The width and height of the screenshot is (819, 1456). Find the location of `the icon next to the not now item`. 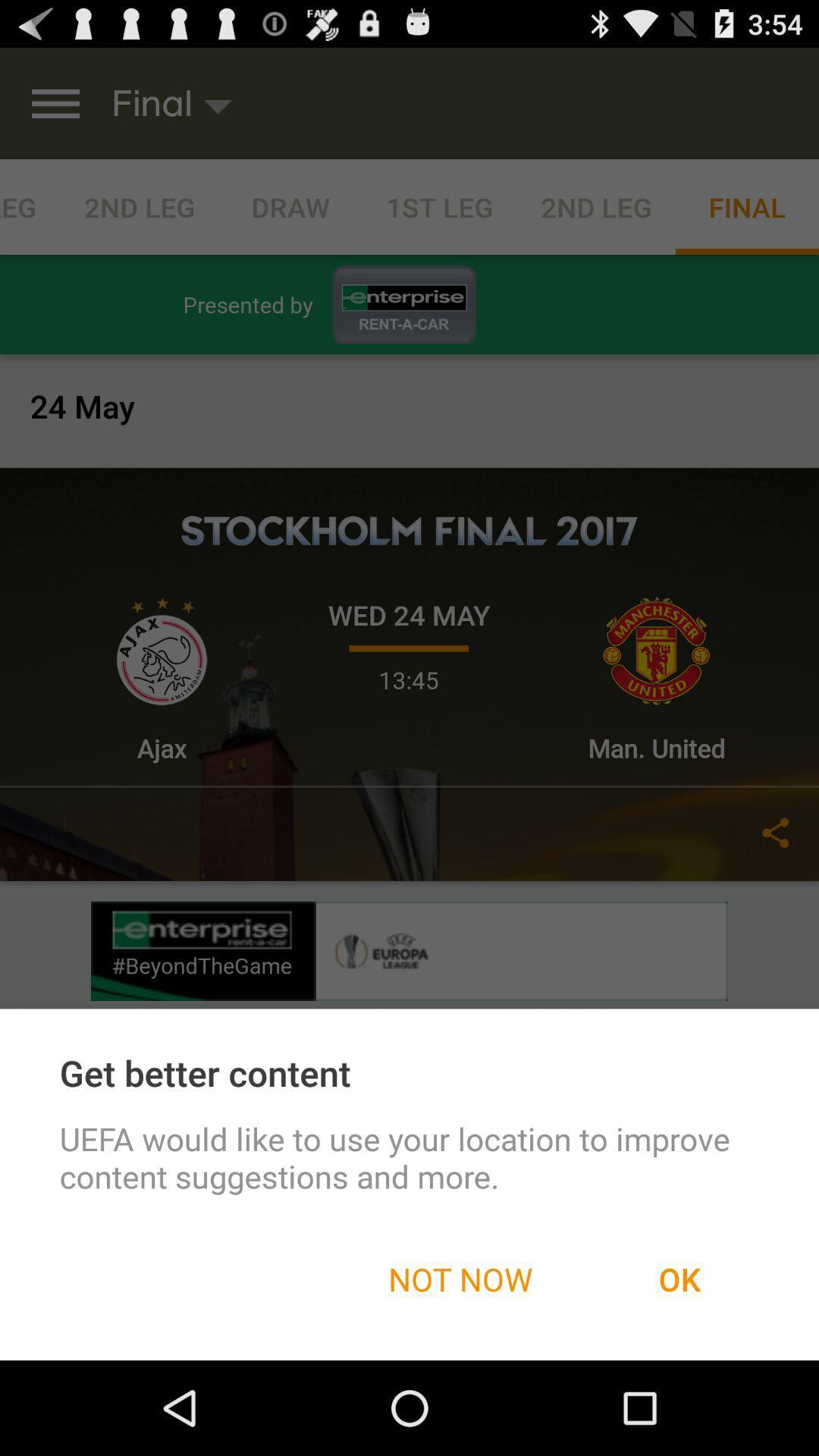

the icon next to the not now item is located at coordinates (679, 1278).